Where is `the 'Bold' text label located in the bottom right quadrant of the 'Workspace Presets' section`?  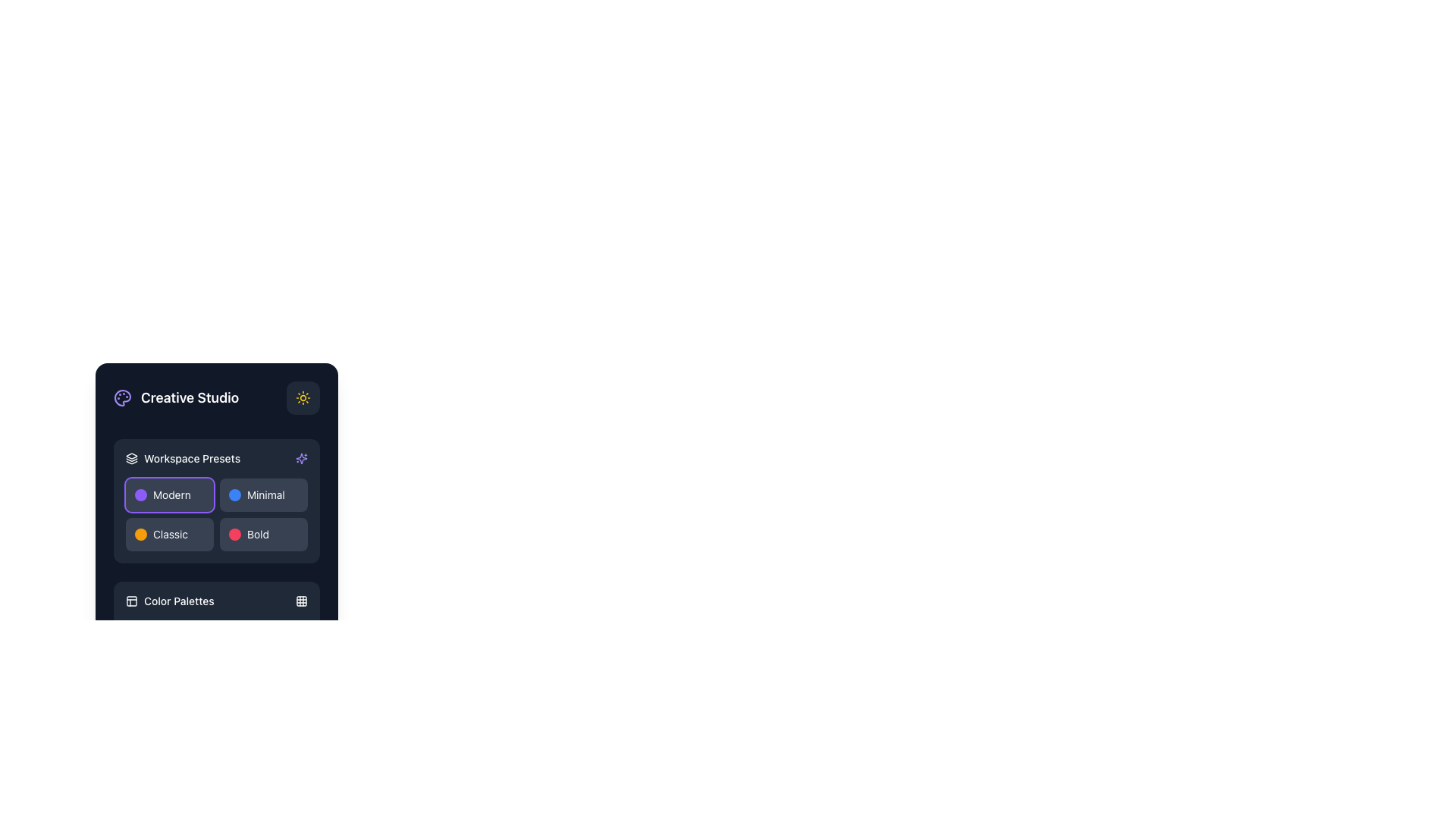
the 'Bold' text label located in the bottom right quadrant of the 'Workspace Presets' section is located at coordinates (258, 534).